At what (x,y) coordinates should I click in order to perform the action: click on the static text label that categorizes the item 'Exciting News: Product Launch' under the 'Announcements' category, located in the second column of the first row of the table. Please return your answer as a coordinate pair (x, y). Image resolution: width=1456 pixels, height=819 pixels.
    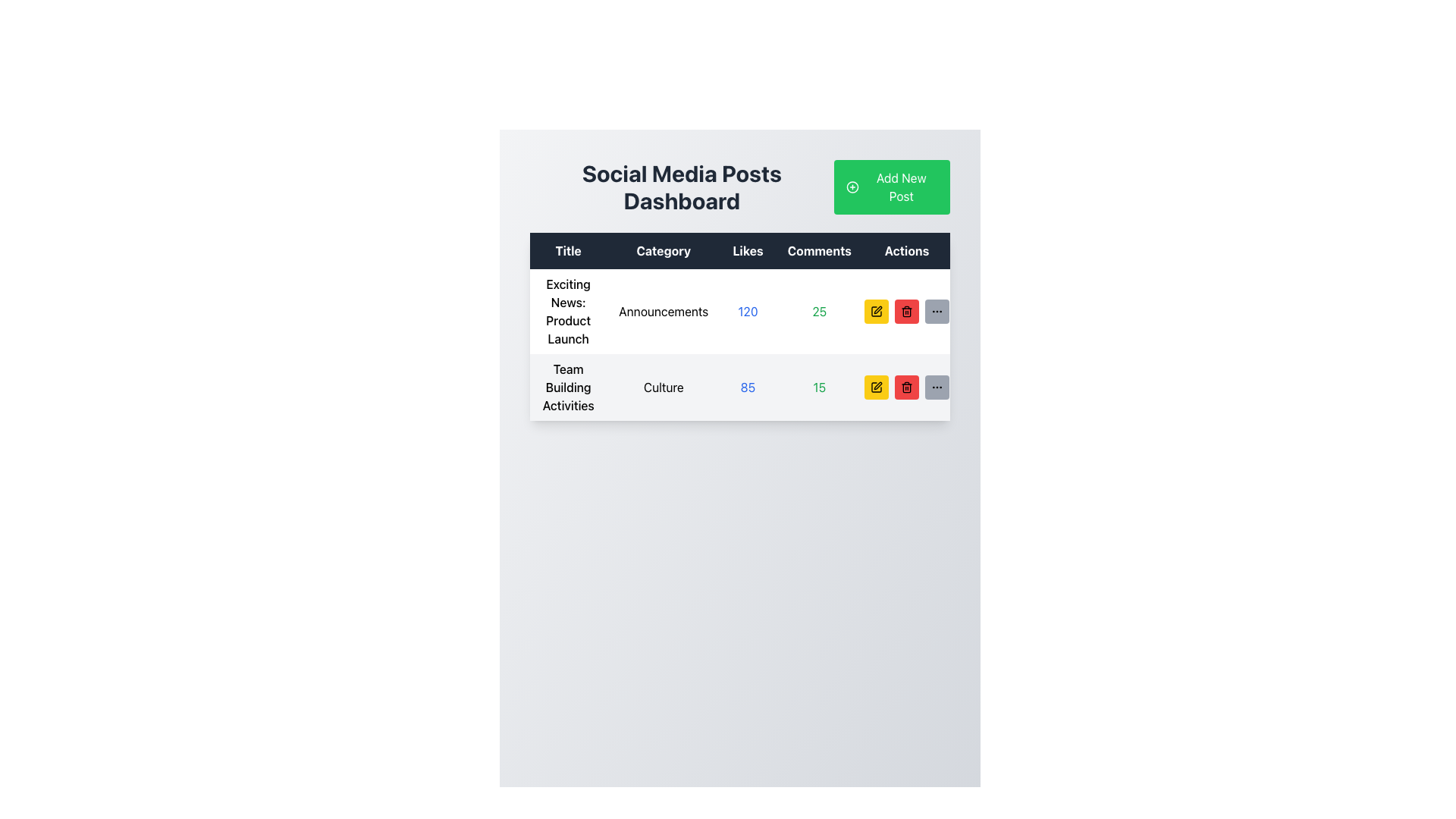
    Looking at the image, I should click on (664, 311).